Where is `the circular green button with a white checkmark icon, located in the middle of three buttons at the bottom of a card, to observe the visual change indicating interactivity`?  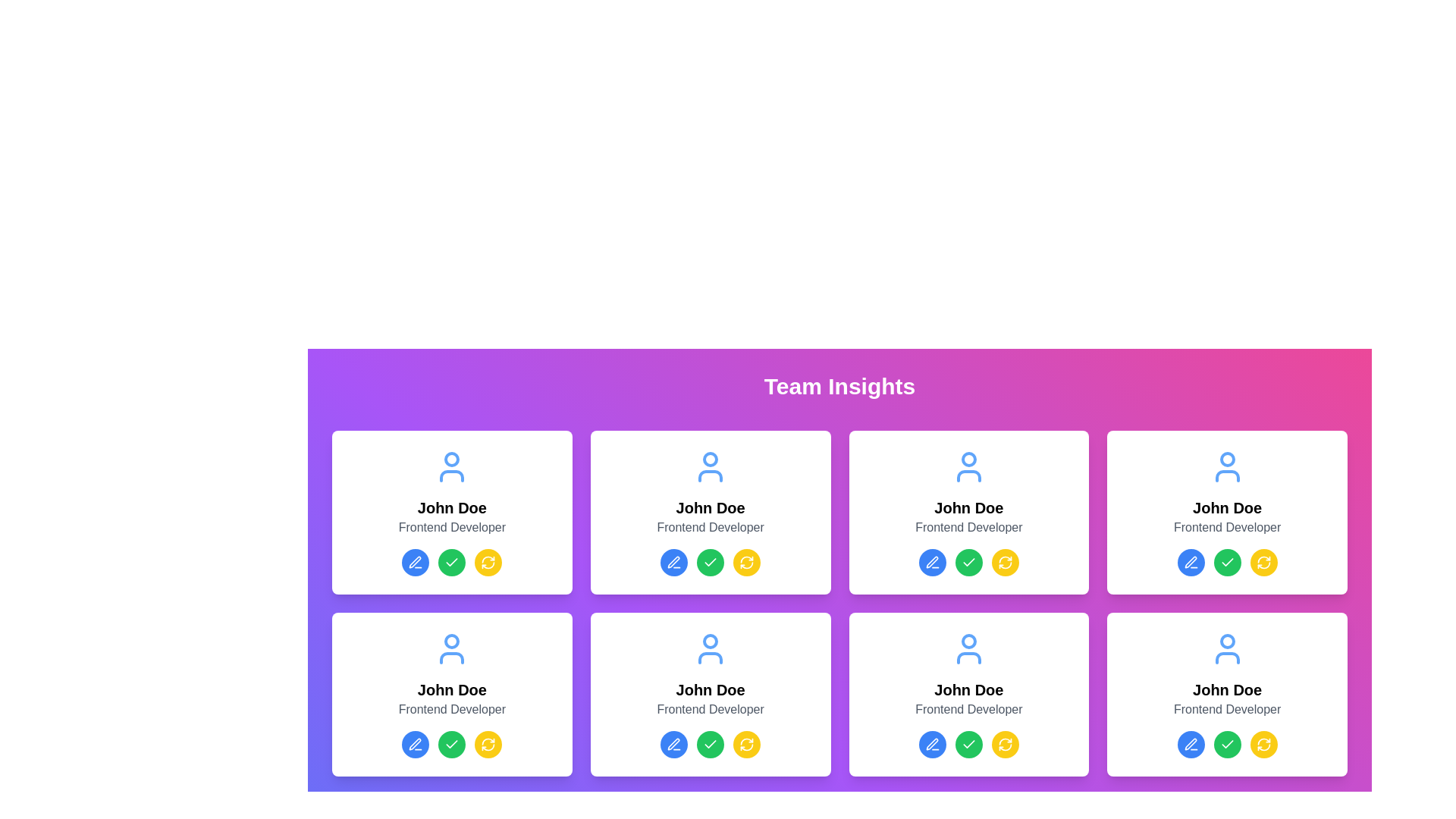 the circular green button with a white checkmark icon, located in the middle of three buttons at the bottom of a card, to observe the visual change indicating interactivity is located at coordinates (710, 744).